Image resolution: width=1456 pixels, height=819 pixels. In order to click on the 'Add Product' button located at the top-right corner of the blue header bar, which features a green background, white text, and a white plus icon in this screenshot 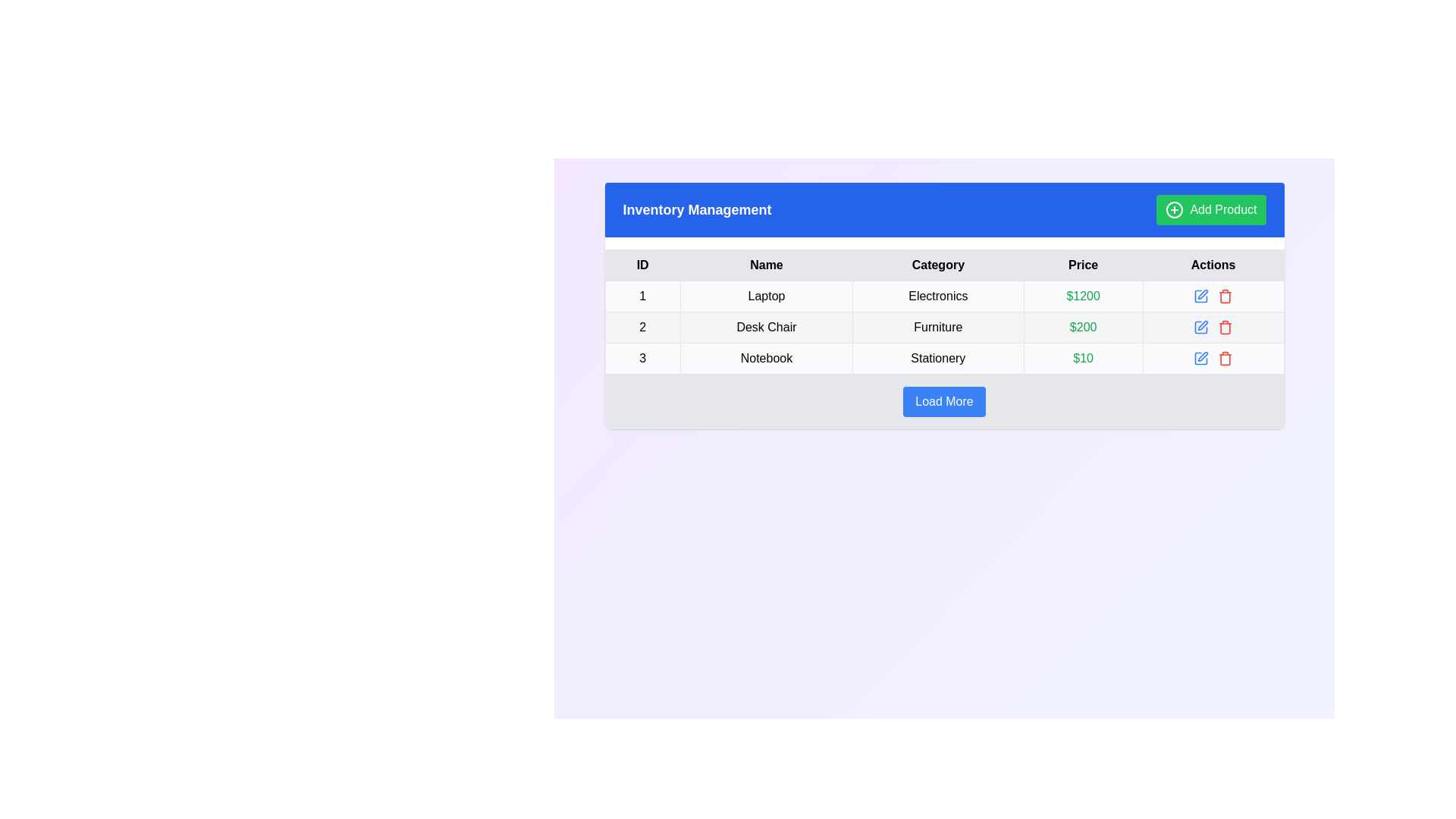, I will do `click(1210, 210)`.